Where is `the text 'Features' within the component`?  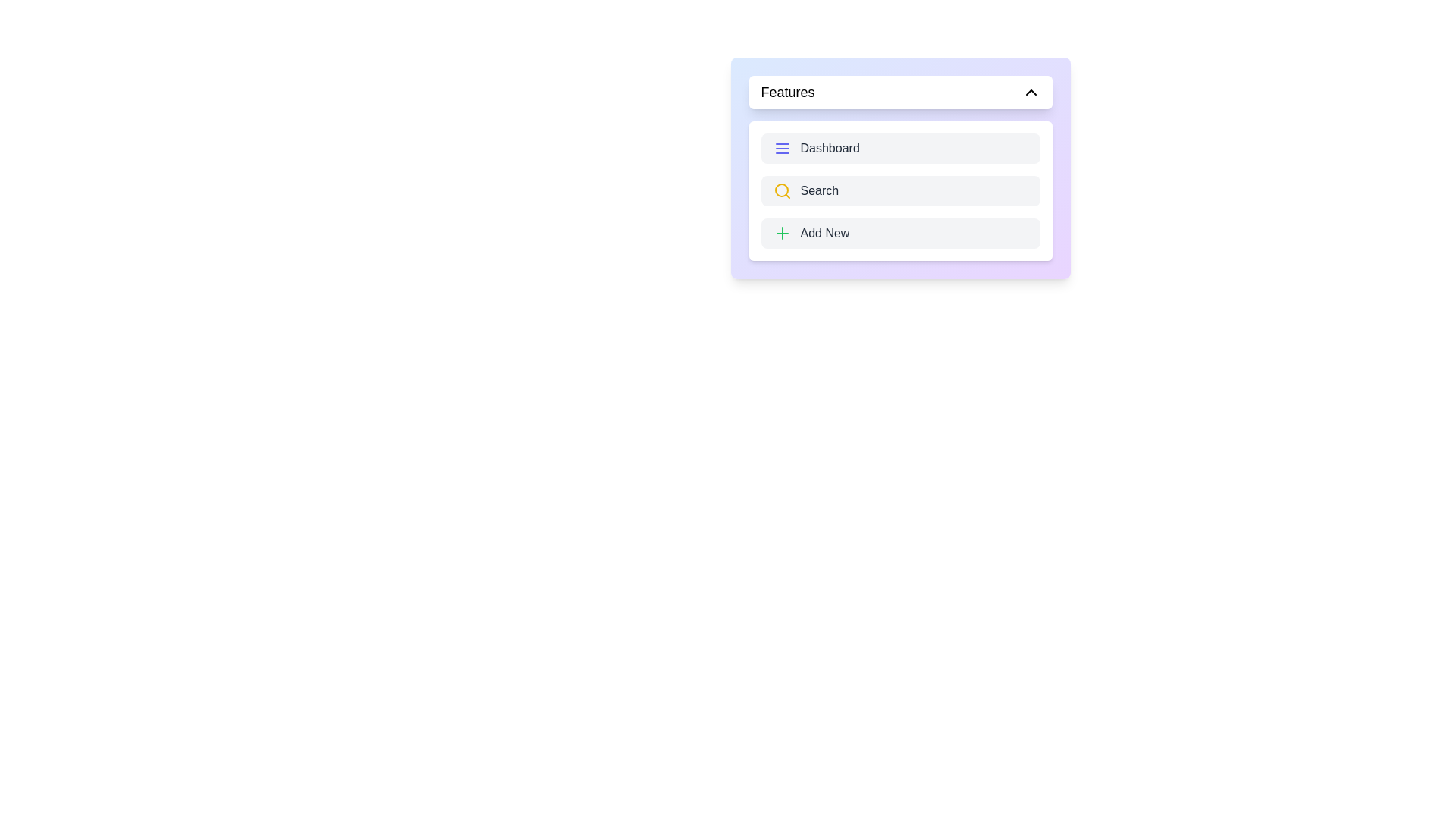 the text 'Features' within the component is located at coordinates (900, 93).